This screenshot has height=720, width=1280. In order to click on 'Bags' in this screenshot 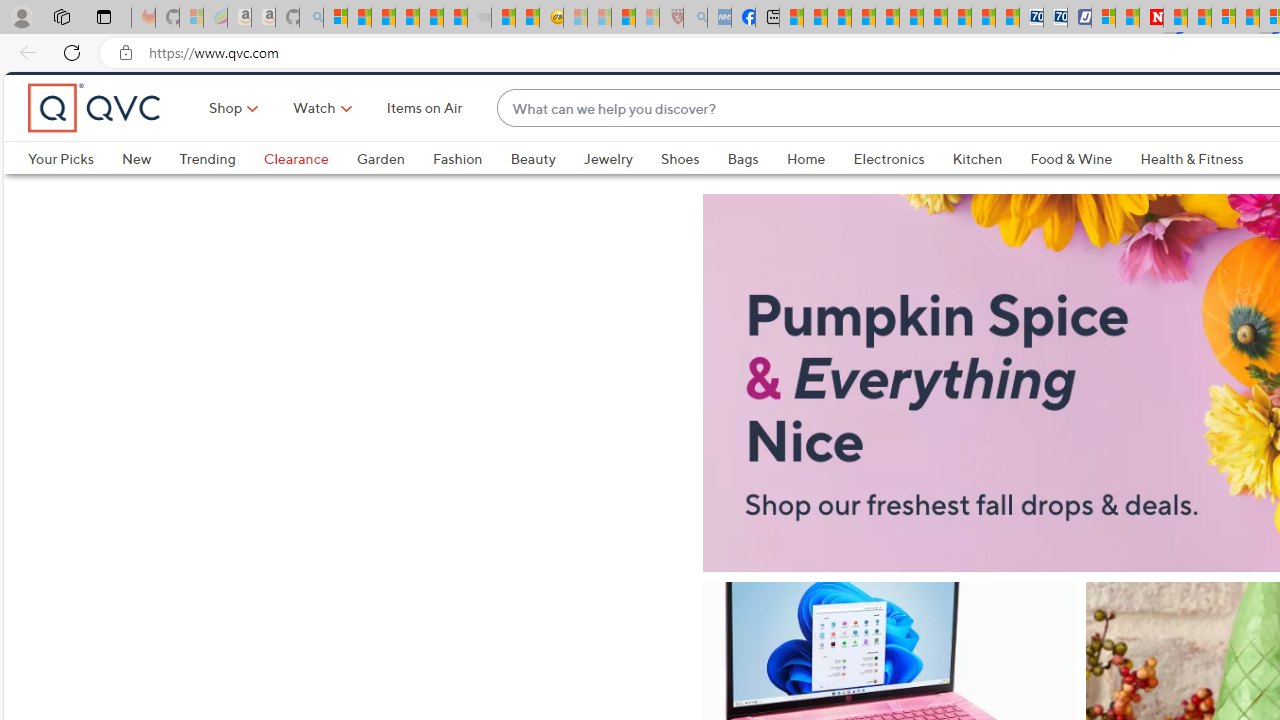, I will do `click(756, 192)`.